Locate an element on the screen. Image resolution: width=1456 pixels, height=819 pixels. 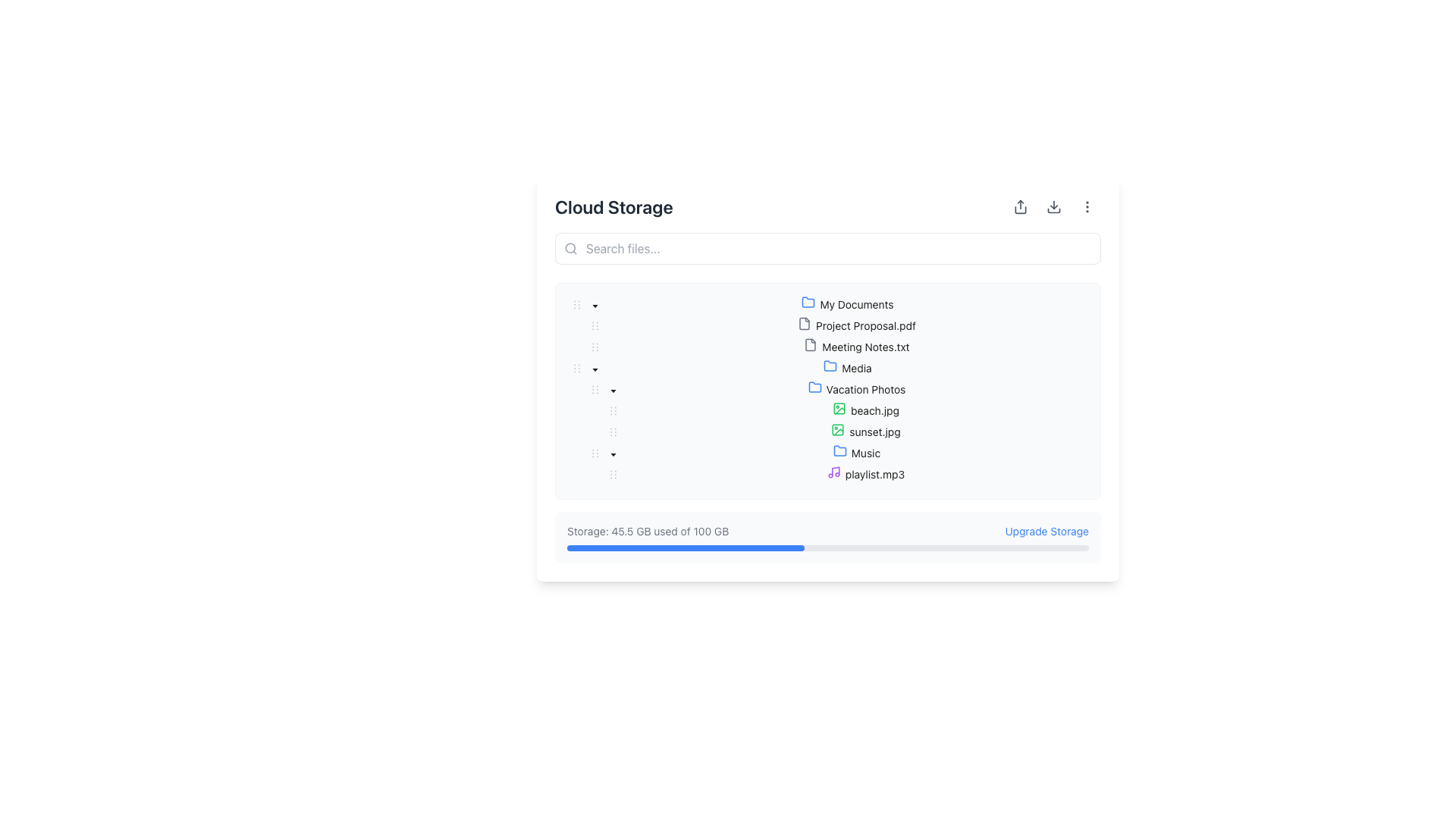
the folder icon with a blue outline representing 'Vacation Photos' is located at coordinates (816, 388).